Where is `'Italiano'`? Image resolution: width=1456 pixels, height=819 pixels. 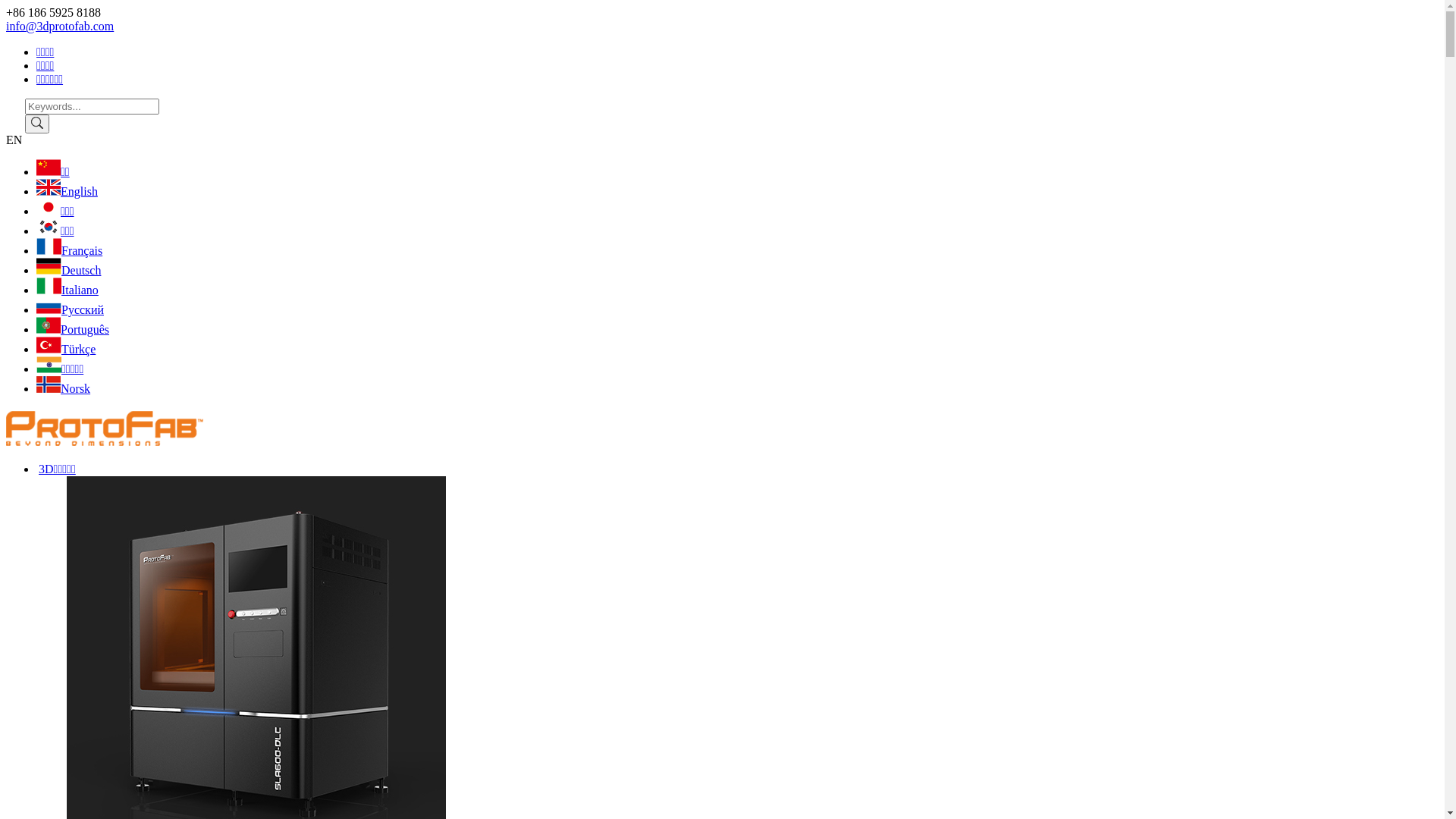 'Italiano' is located at coordinates (36, 290).